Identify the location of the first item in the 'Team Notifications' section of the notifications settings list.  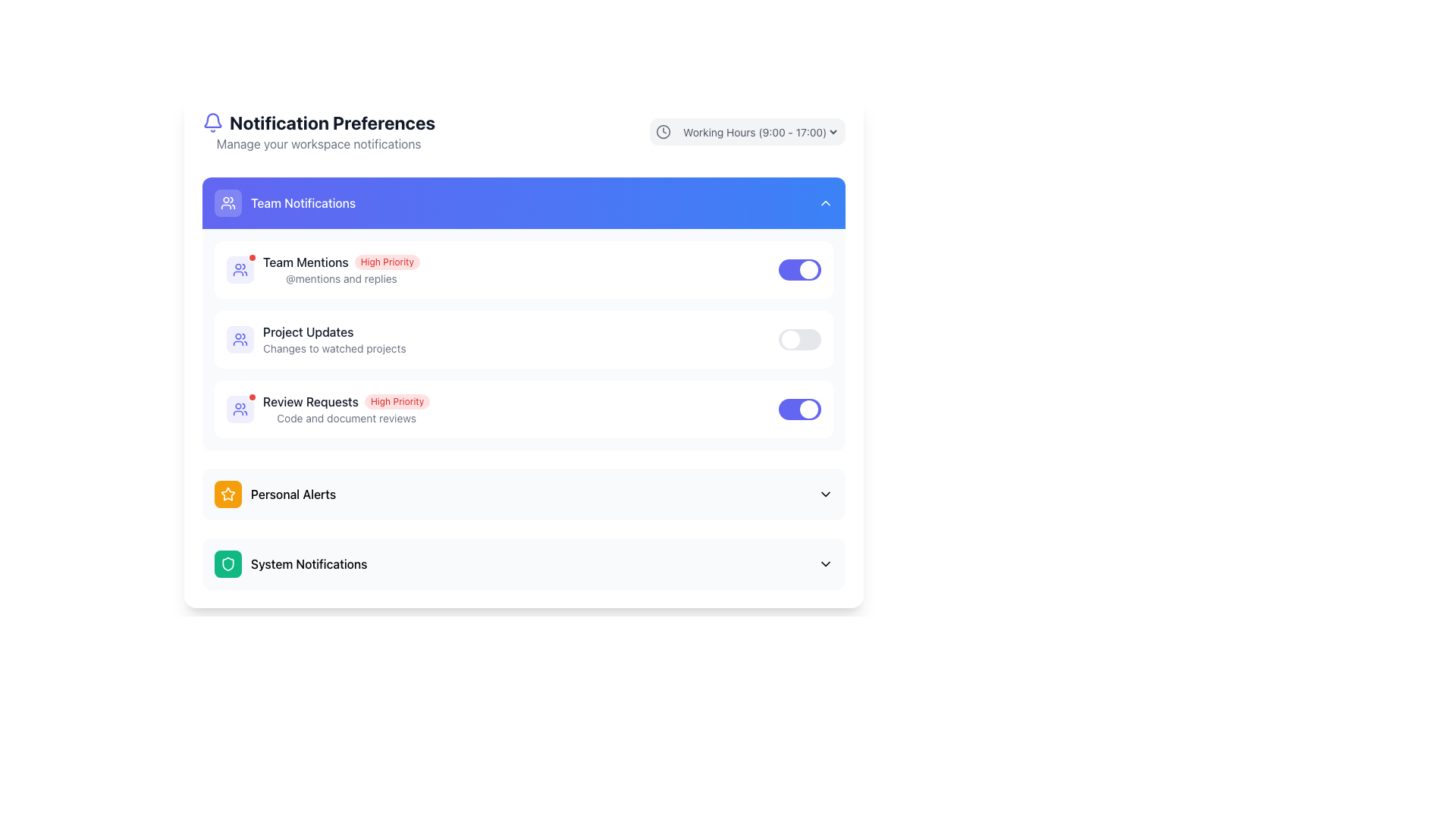
(340, 268).